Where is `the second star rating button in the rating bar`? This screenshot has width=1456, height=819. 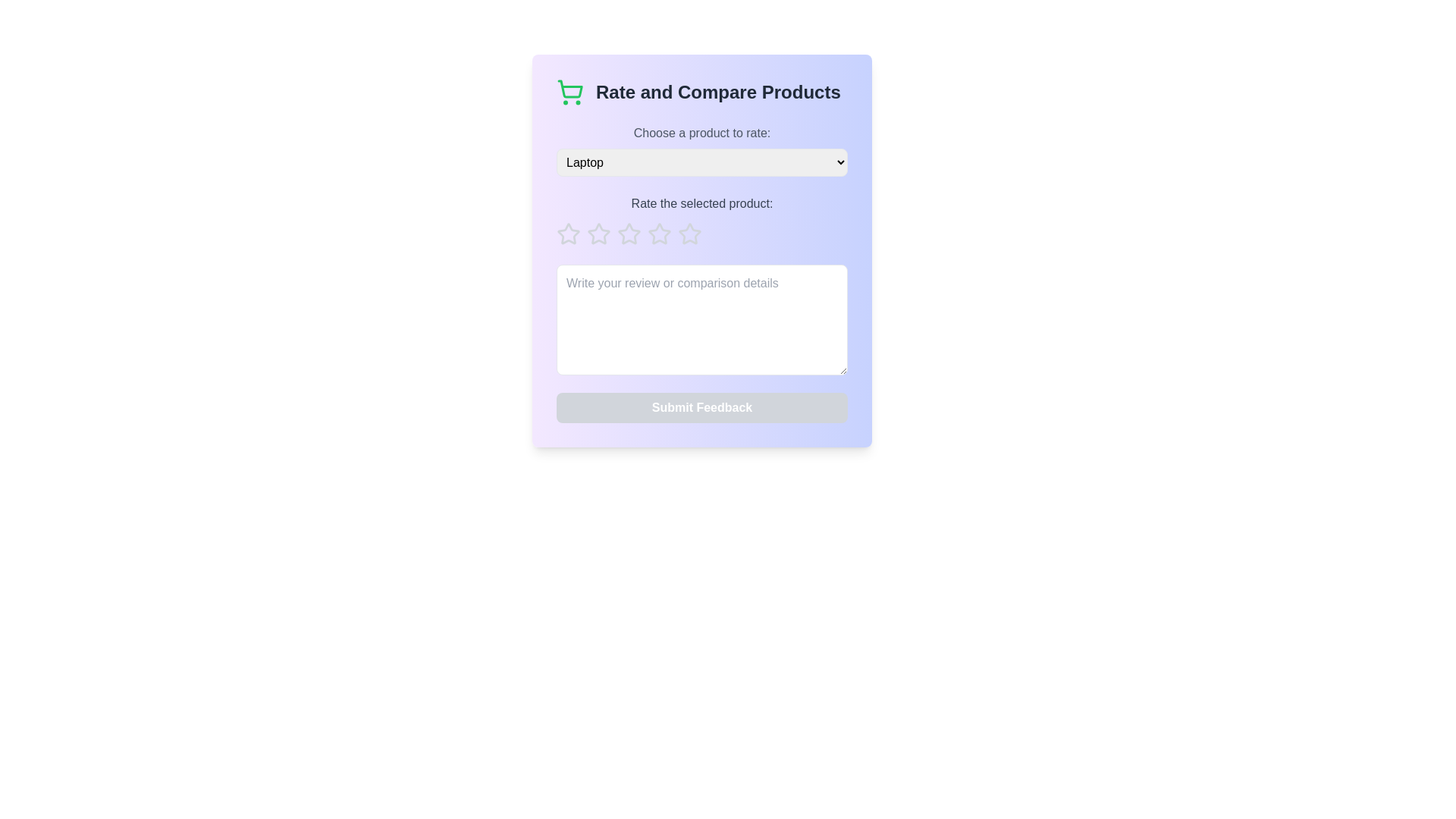 the second star rating button in the rating bar is located at coordinates (629, 234).